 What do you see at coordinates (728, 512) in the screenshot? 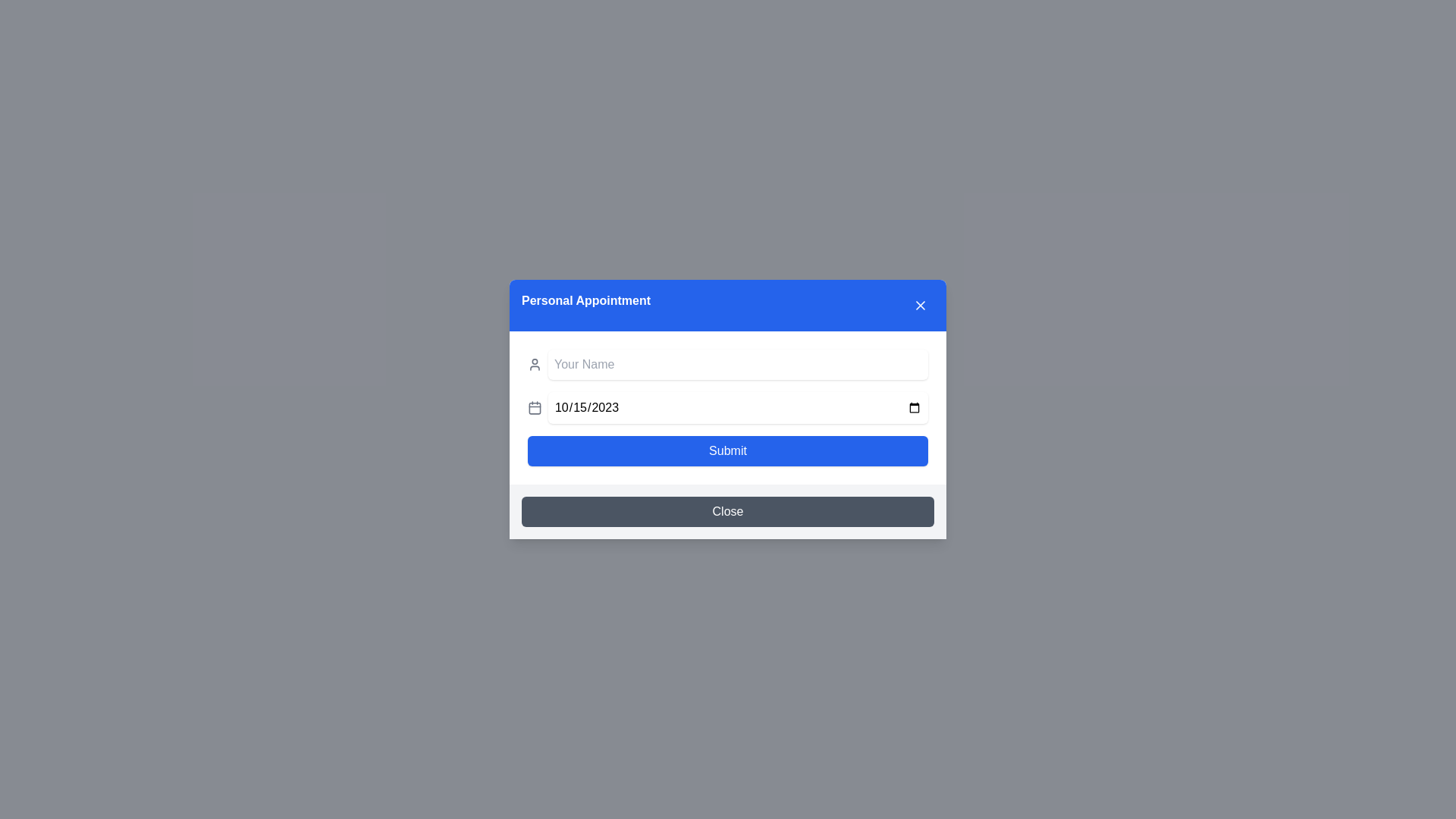
I see `the 'Close' button, which is a rectangular button with a dark gray background and white text, located at the bottom of a modal dialog box` at bounding box center [728, 512].